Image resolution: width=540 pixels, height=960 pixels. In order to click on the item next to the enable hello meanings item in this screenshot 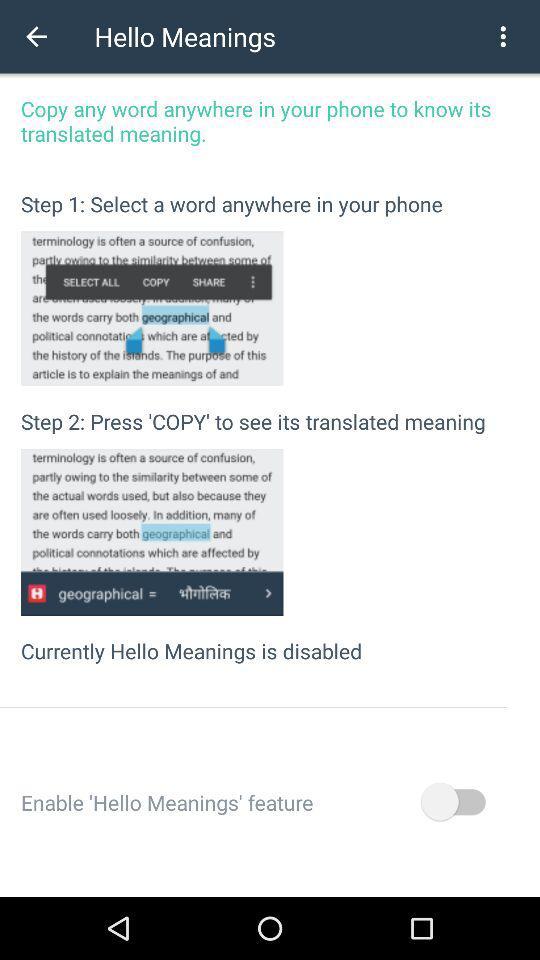, I will do `click(452, 802)`.